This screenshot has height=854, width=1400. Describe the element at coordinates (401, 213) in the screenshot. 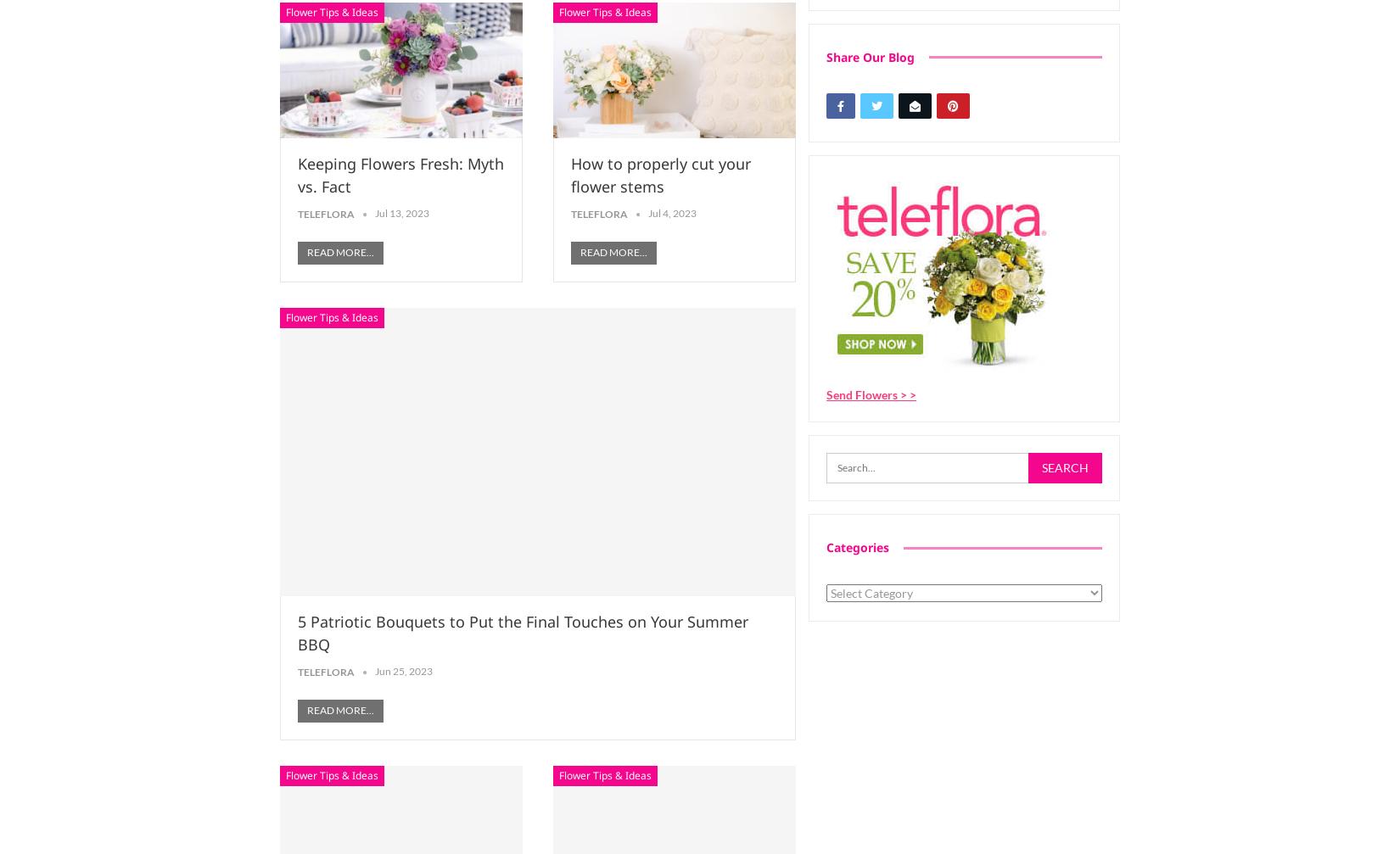

I see `'Jul 13, 2023'` at that location.